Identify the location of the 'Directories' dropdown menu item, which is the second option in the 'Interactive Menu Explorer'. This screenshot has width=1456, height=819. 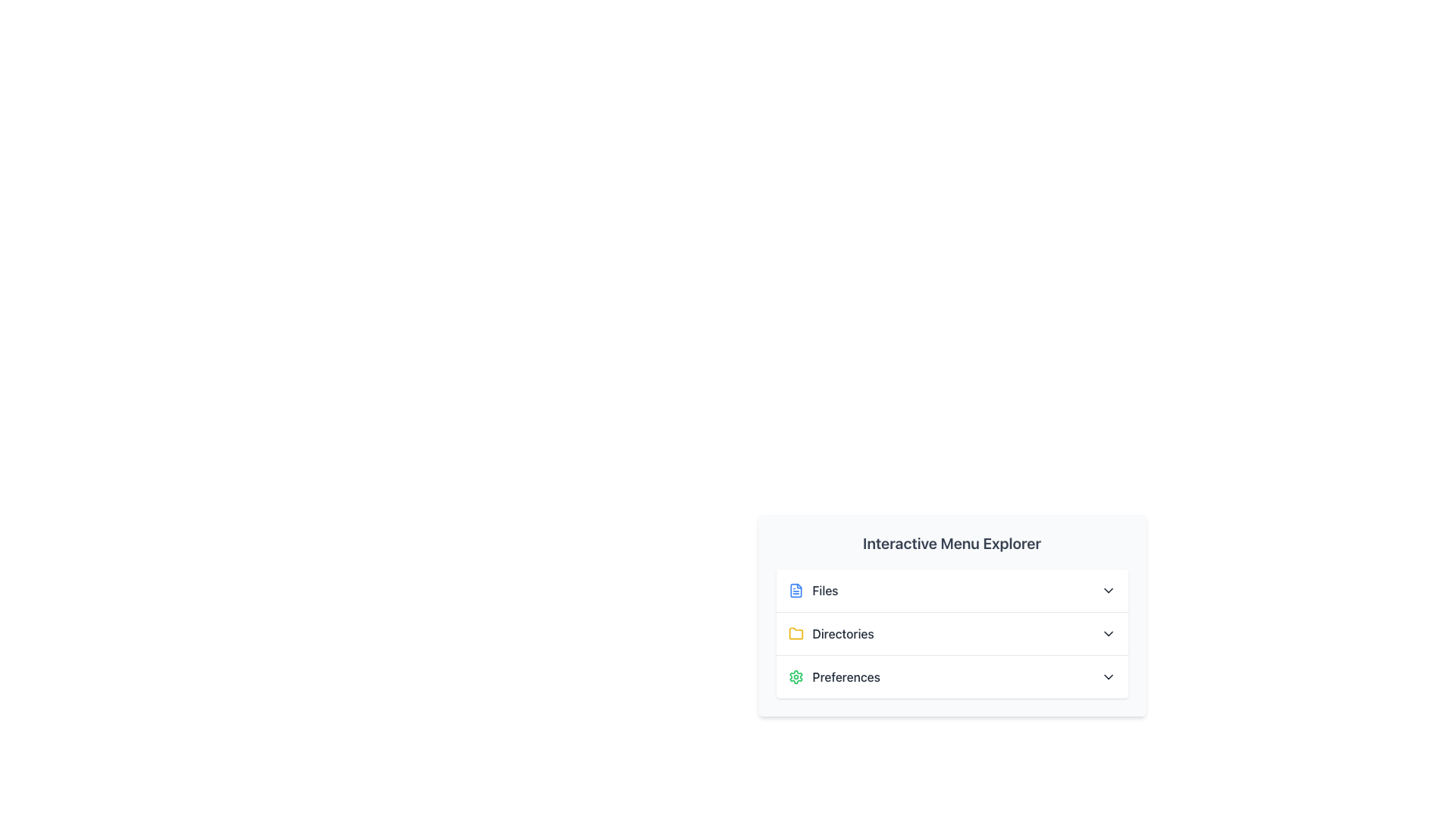
(951, 634).